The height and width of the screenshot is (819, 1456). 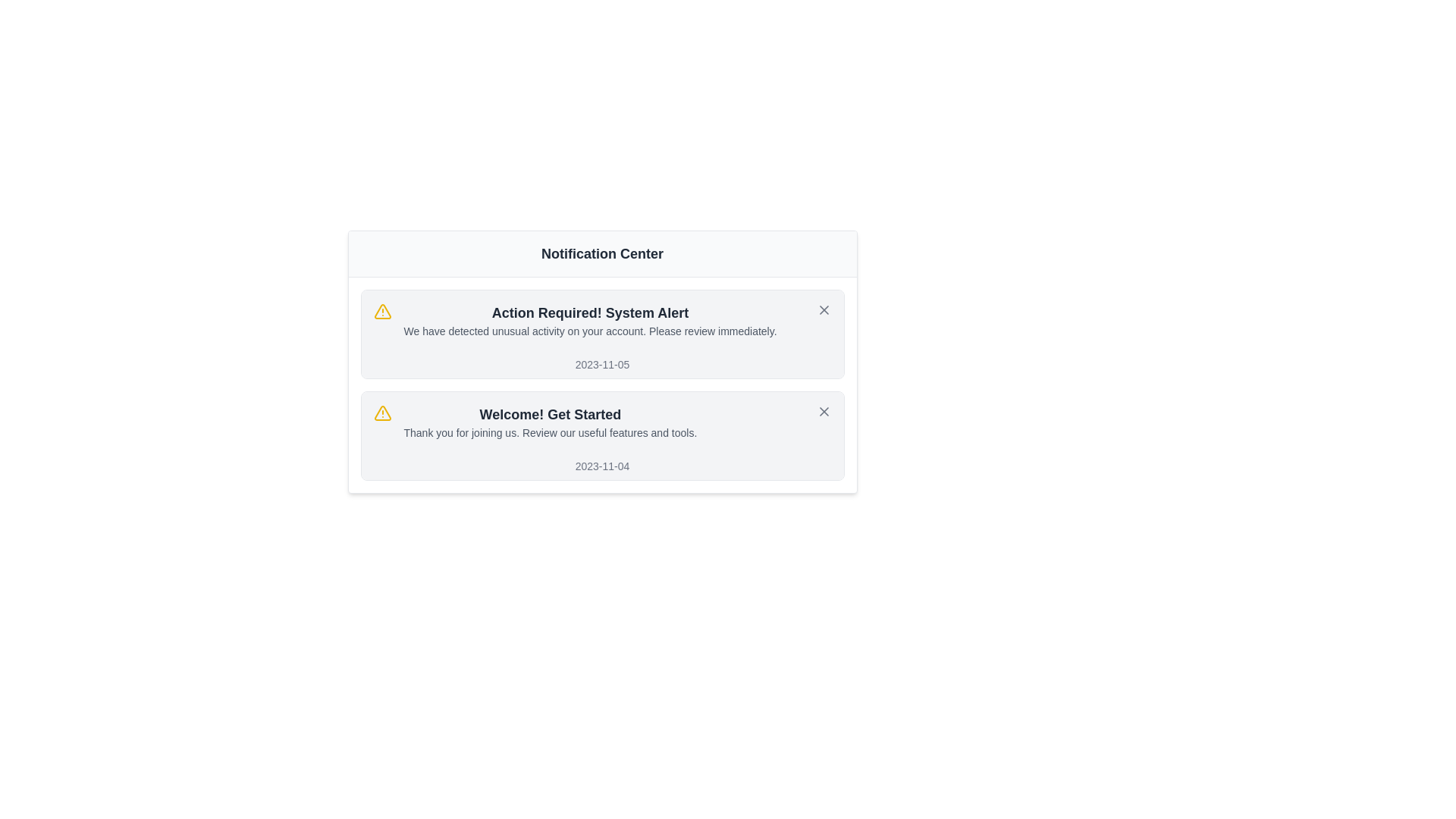 What do you see at coordinates (549, 422) in the screenshot?
I see `the text element featuring the title 'Welcome! Get Started' and subtitle 'Thank you for joining us.' located in the second notification box of the 'Notification Center' panel` at bounding box center [549, 422].